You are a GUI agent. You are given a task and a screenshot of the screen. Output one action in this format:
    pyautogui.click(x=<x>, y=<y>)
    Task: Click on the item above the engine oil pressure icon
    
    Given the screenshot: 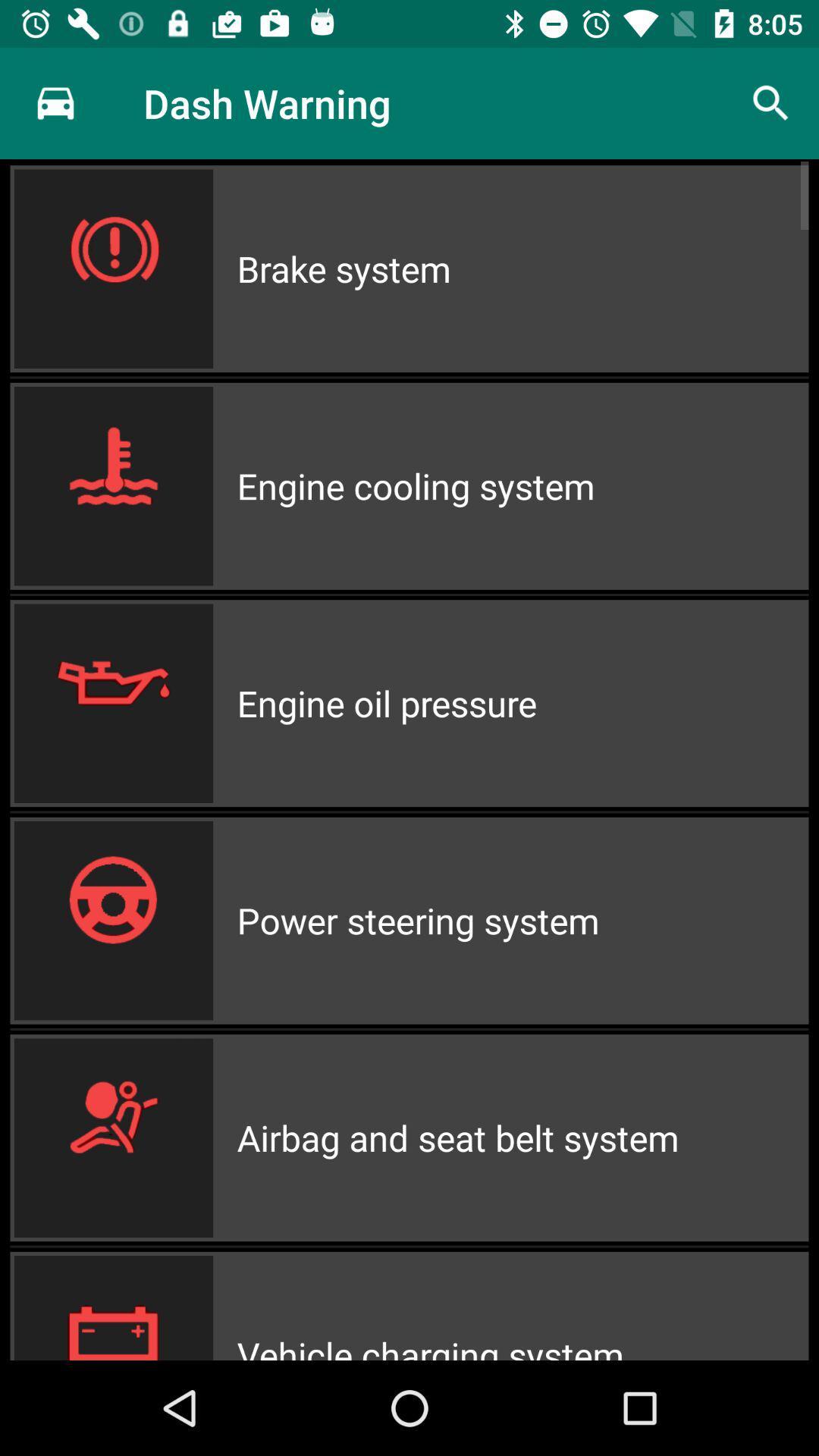 What is the action you would take?
    pyautogui.click(x=522, y=486)
    